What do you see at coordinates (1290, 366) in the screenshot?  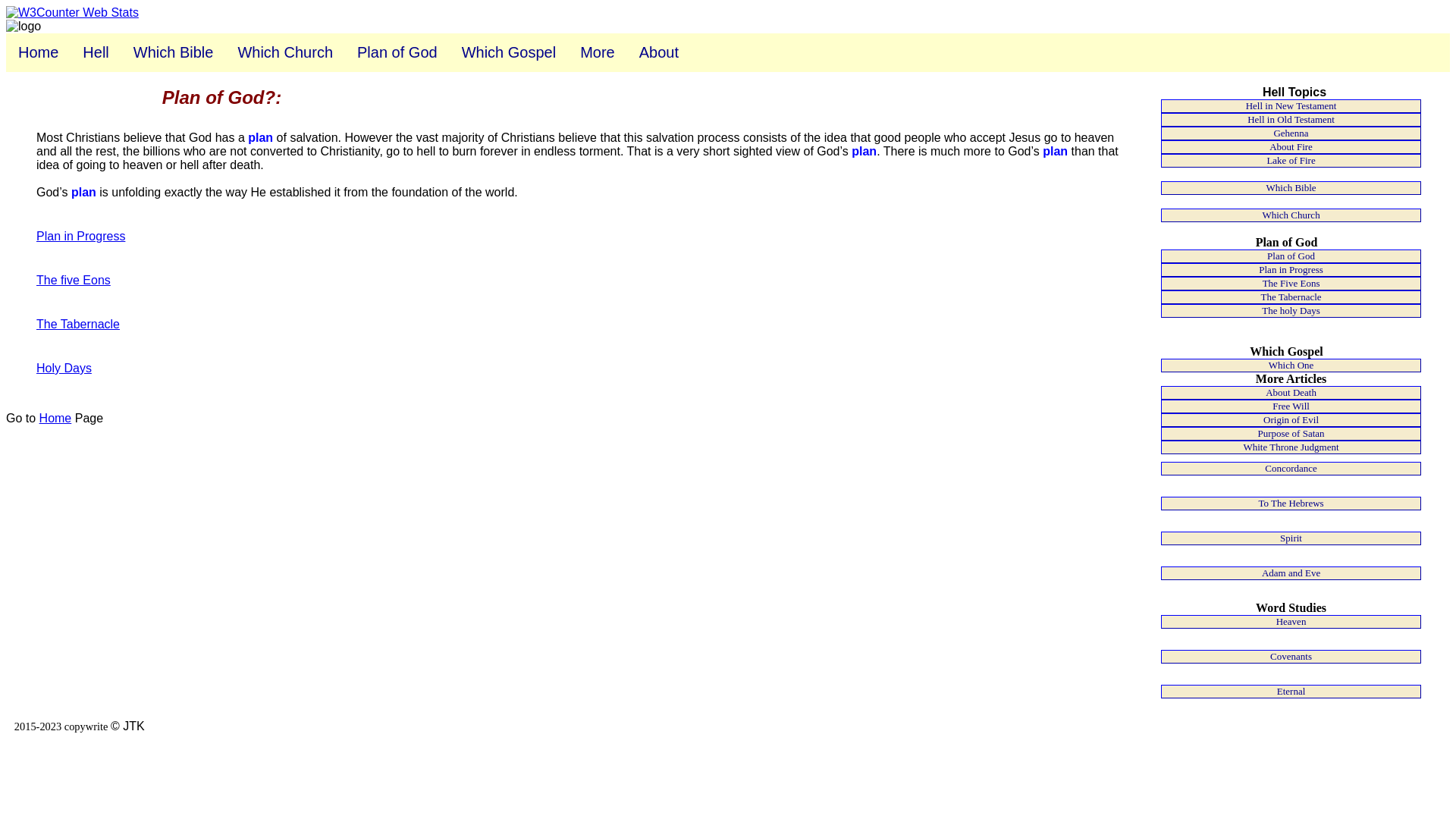 I see `'Which One'` at bounding box center [1290, 366].